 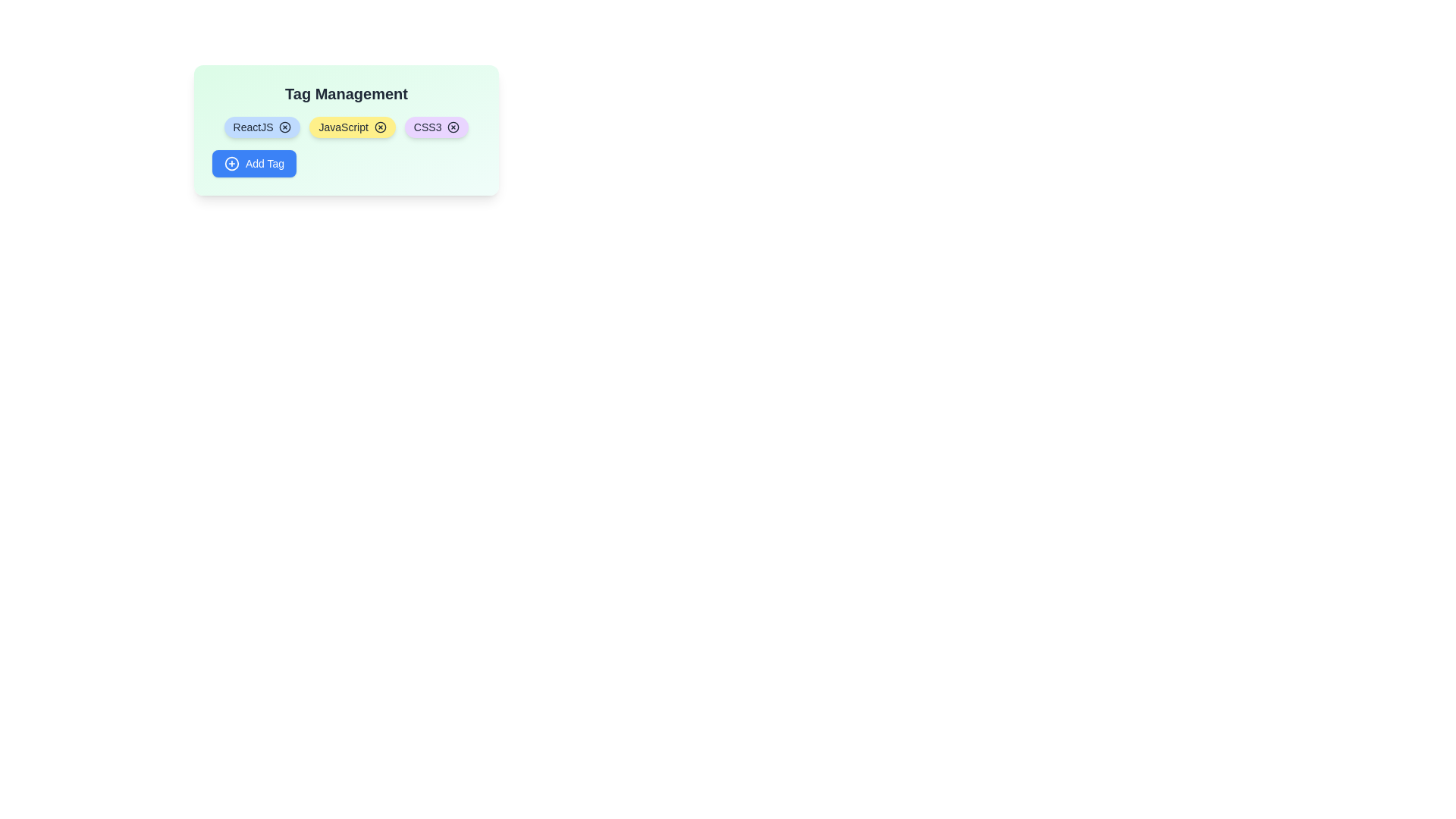 What do you see at coordinates (380, 127) in the screenshot?
I see `'X' button on the JavaScript tag to remove it` at bounding box center [380, 127].